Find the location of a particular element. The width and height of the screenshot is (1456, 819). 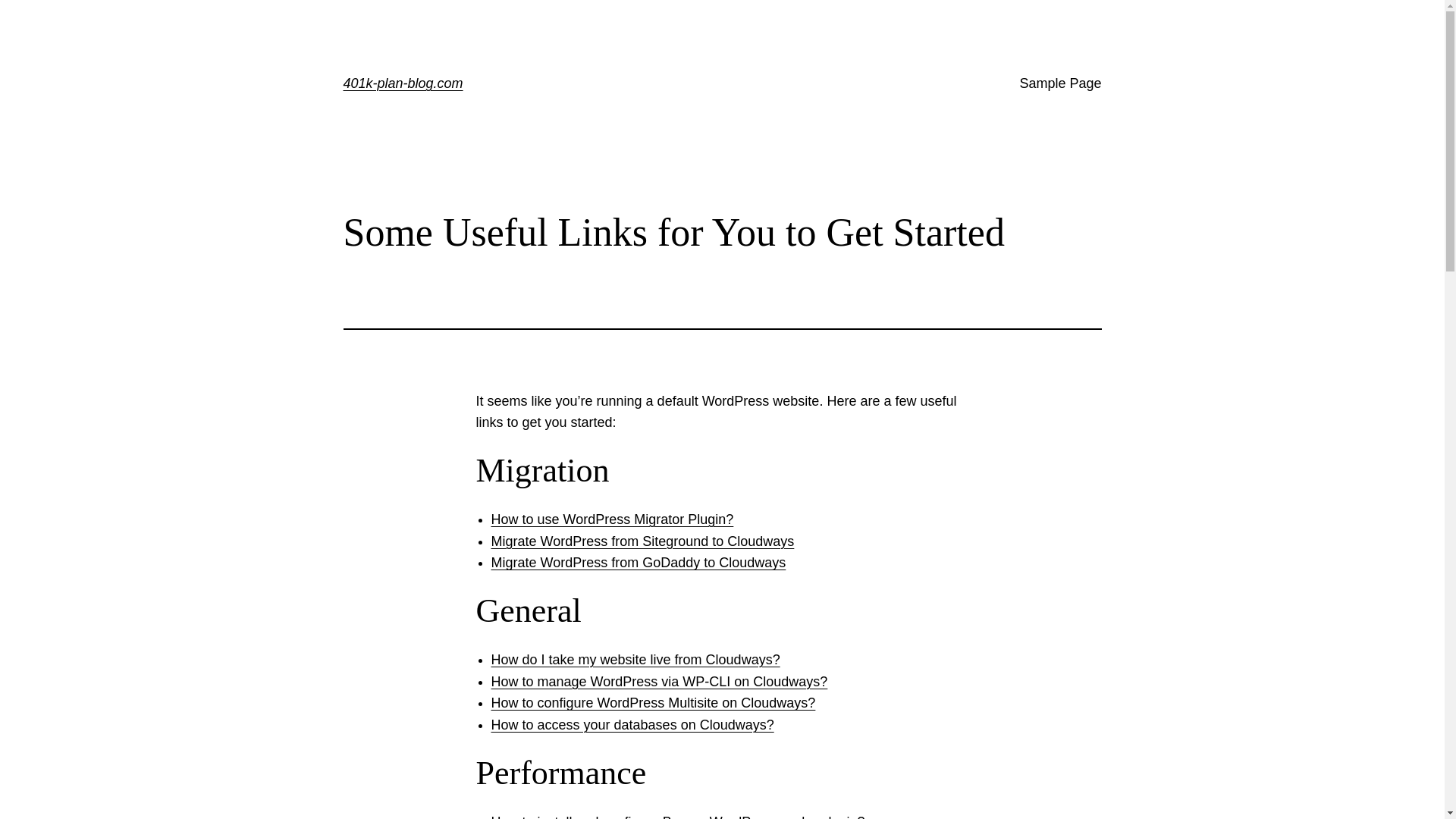

'How do I take my website live from Cloudways?' is located at coordinates (635, 659).